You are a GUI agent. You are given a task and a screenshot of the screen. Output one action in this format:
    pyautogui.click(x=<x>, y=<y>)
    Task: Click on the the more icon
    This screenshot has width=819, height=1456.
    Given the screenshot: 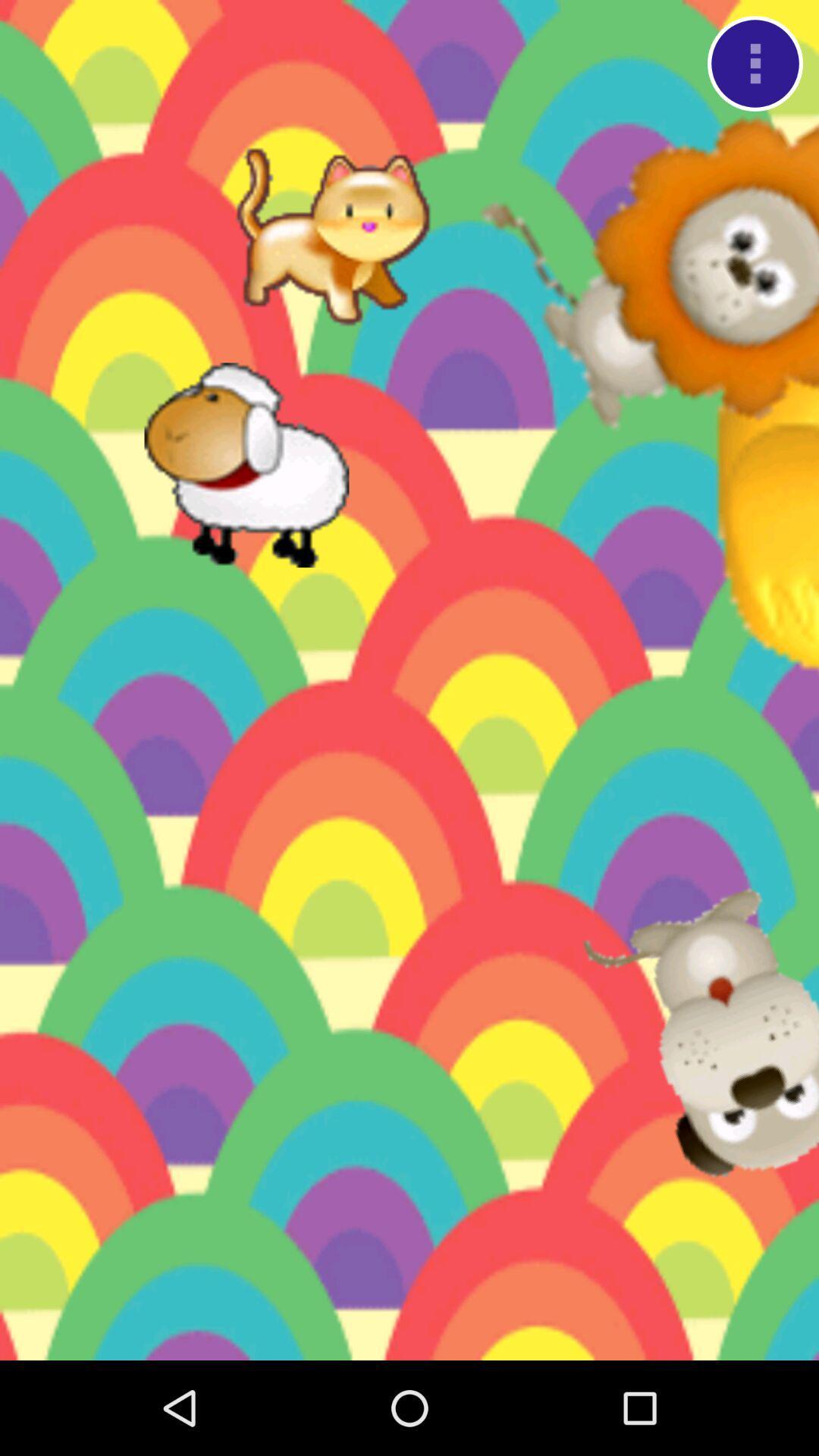 What is the action you would take?
    pyautogui.click(x=755, y=67)
    